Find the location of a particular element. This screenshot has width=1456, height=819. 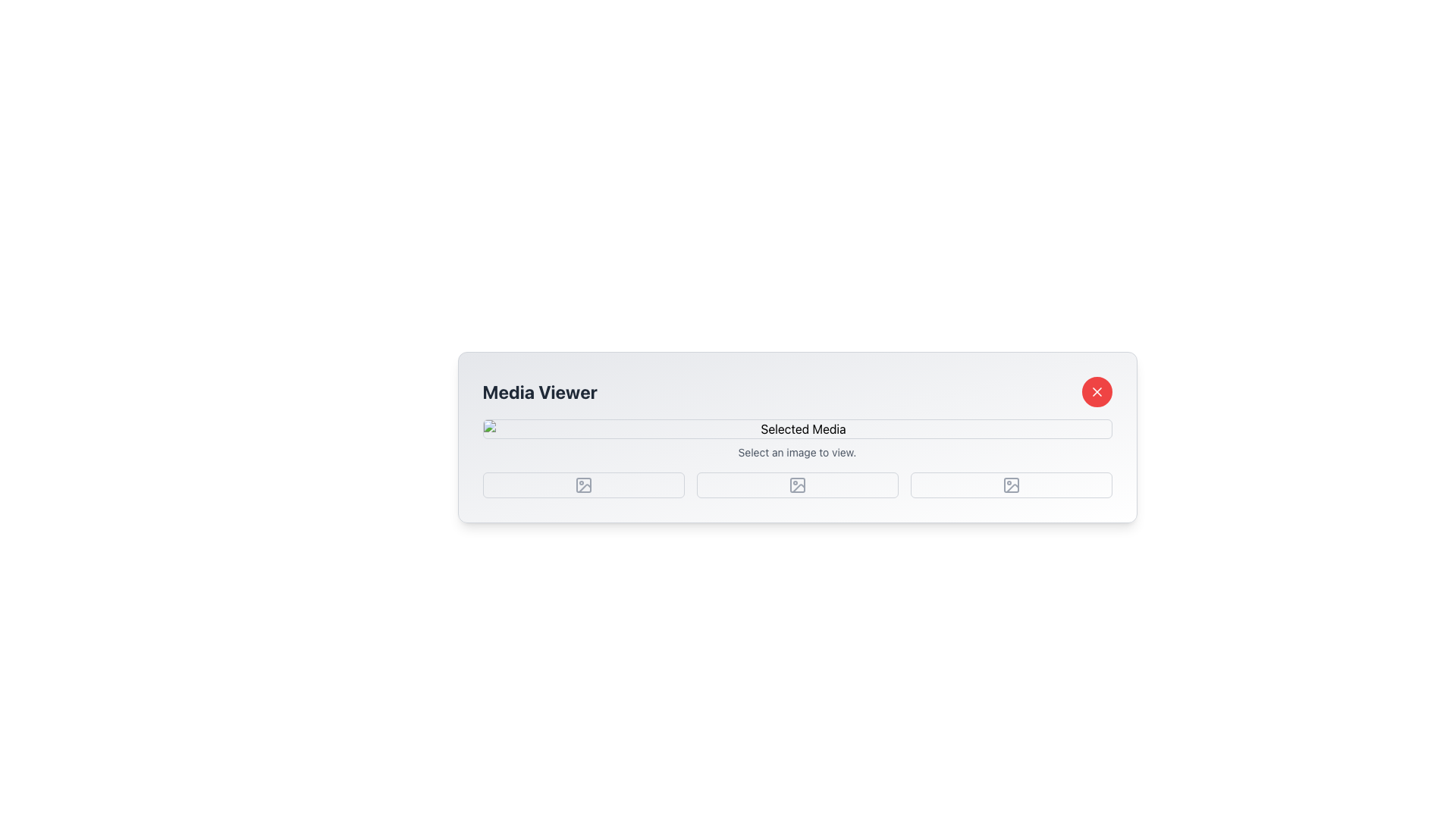

the cancel or close action icon located at the top-right corner of the interface is located at coordinates (1097, 391).